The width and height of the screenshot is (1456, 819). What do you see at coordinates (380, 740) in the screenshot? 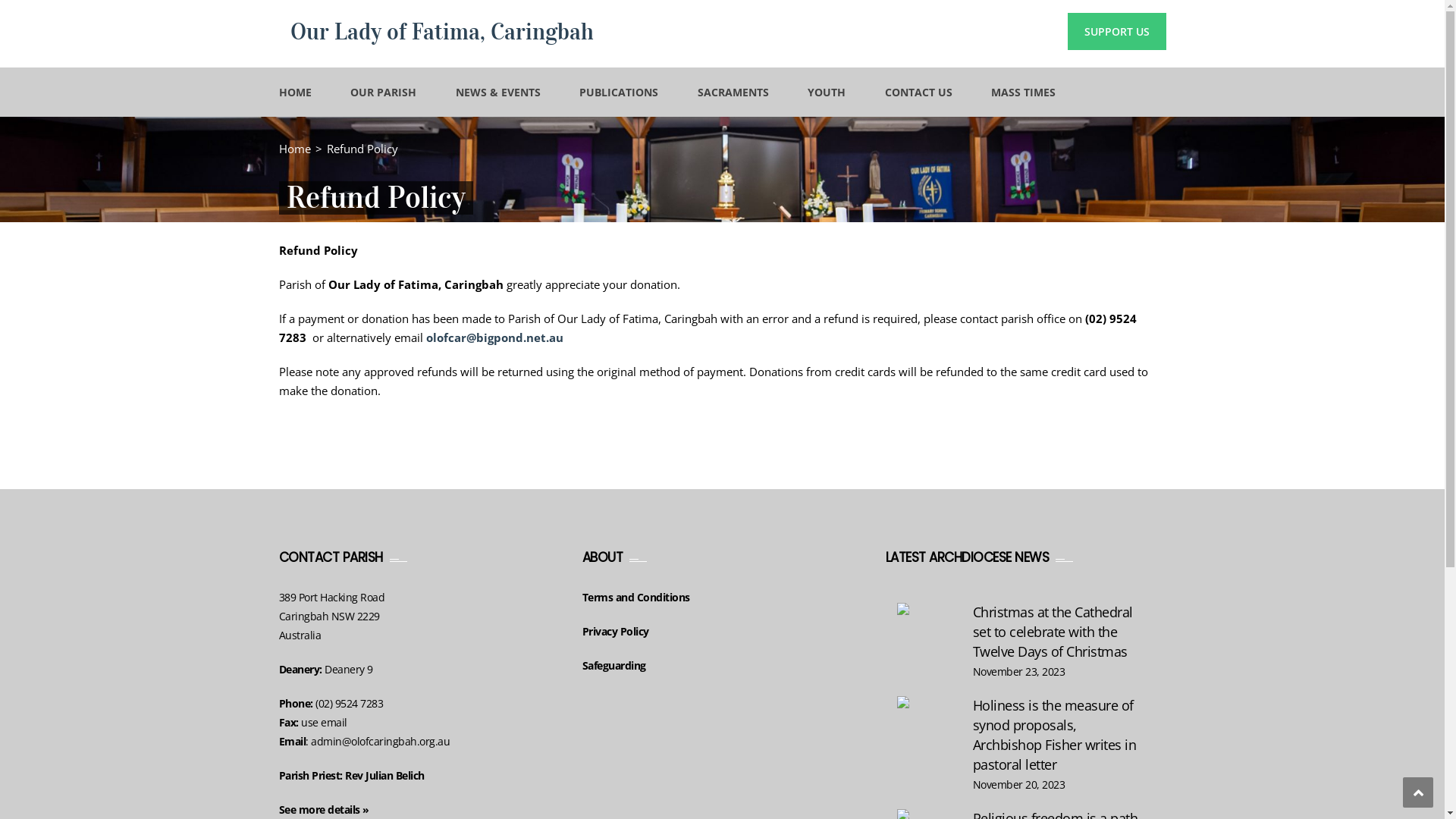
I see `'admin@olofcaringbah.org.au'` at bounding box center [380, 740].